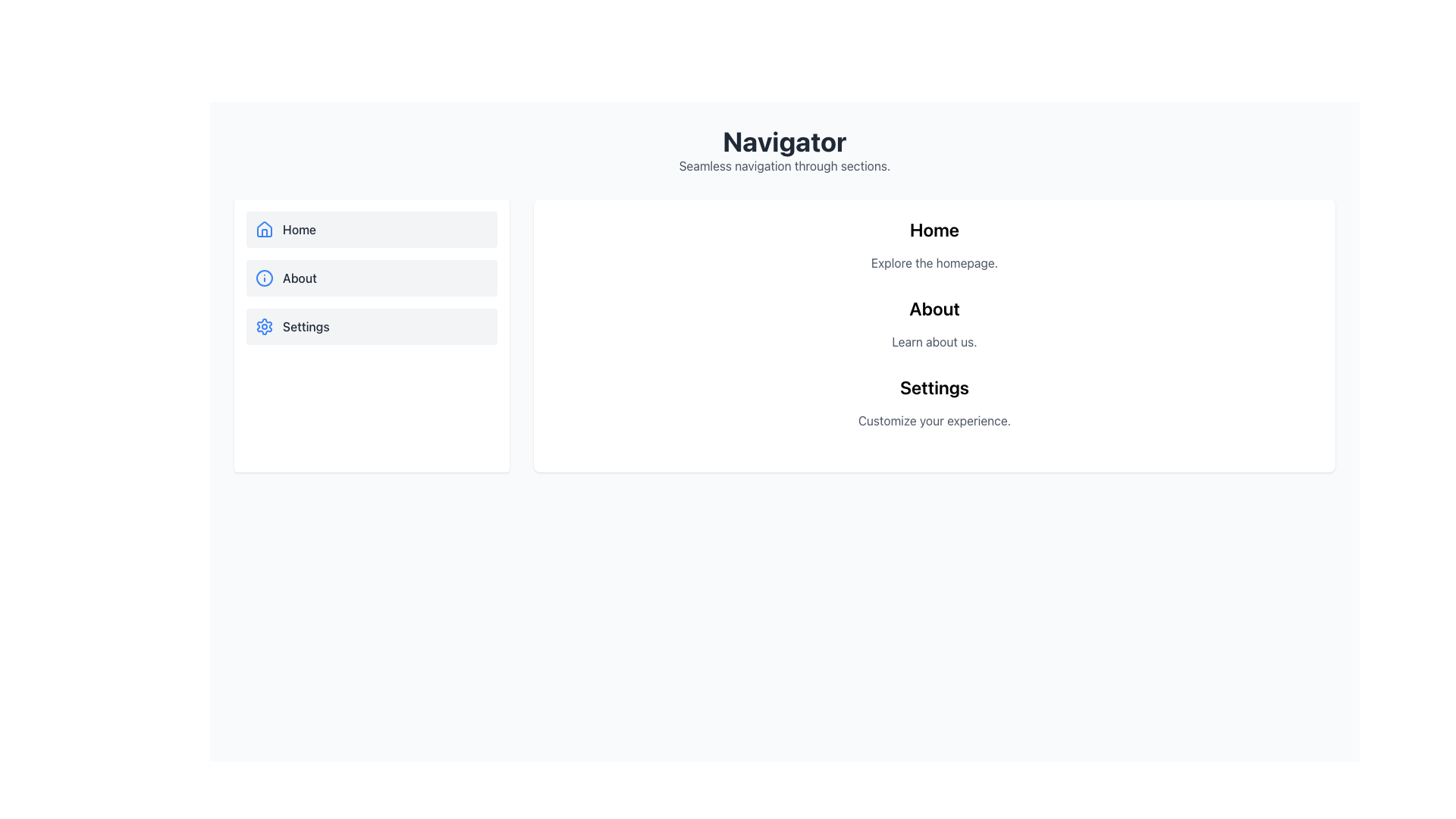 Image resolution: width=1456 pixels, height=819 pixels. Describe the element at coordinates (934, 323) in the screenshot. I see `the descriptive text block titled 'About' which features a subtitle 'Learn about us.'` at that location.